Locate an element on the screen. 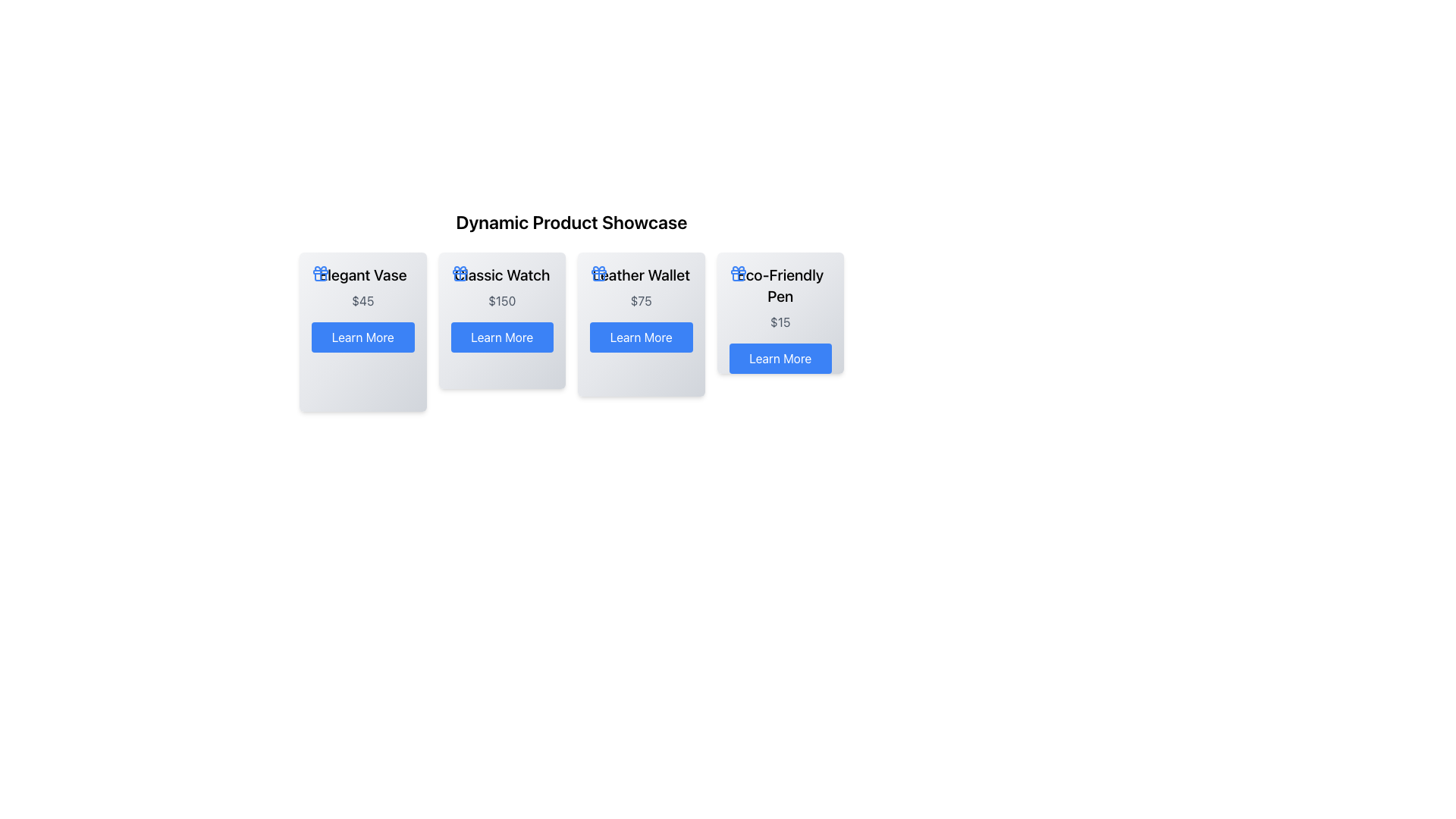  the button located at the bottom of the 'Elegant Vase $45' card is located at coordinates (362, 336).